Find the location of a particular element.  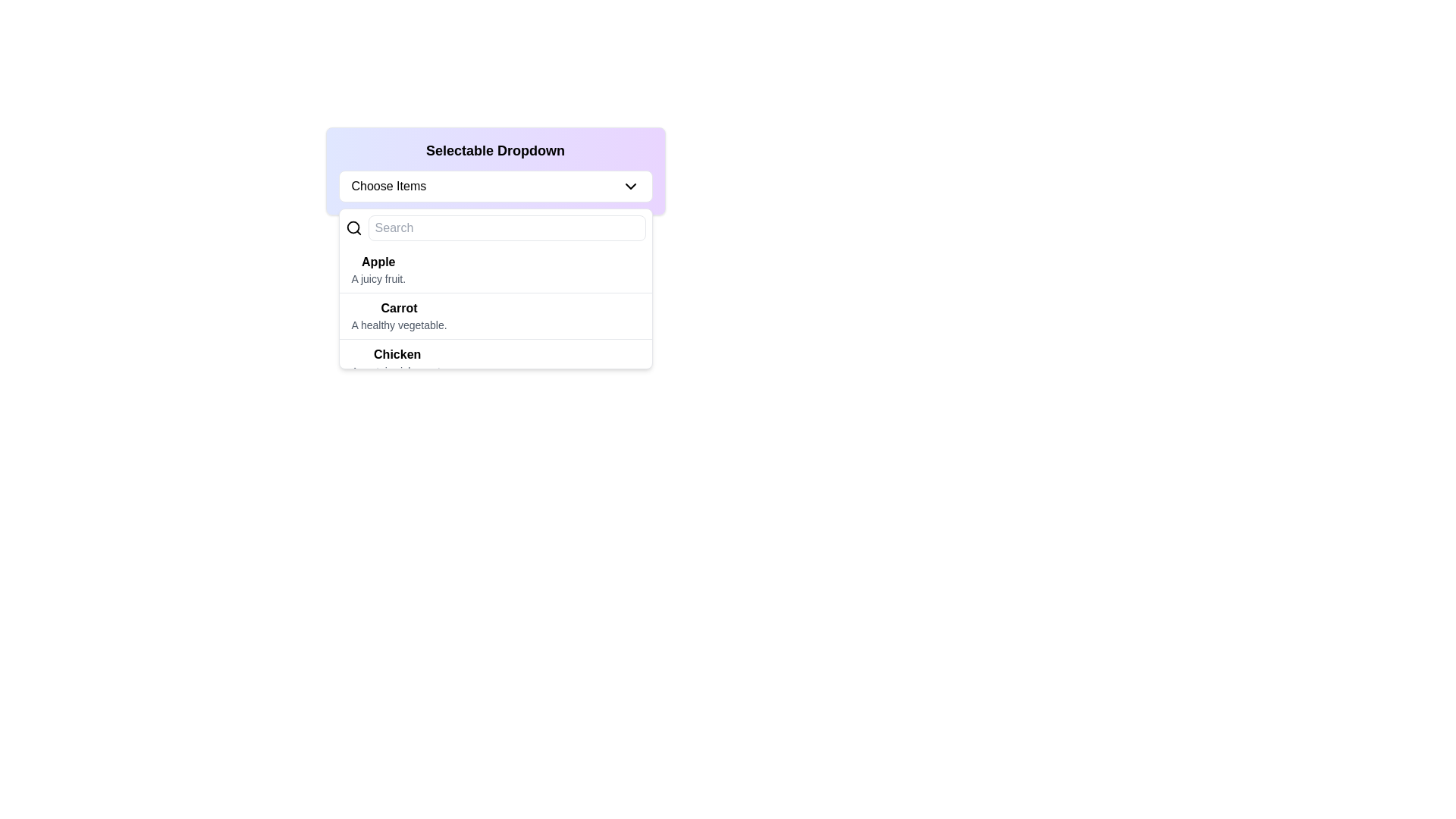

the dropdown list item that features the text 'Chicken' in bold, which is the third item in the dropdown menu is located at coordinates (397, 362).